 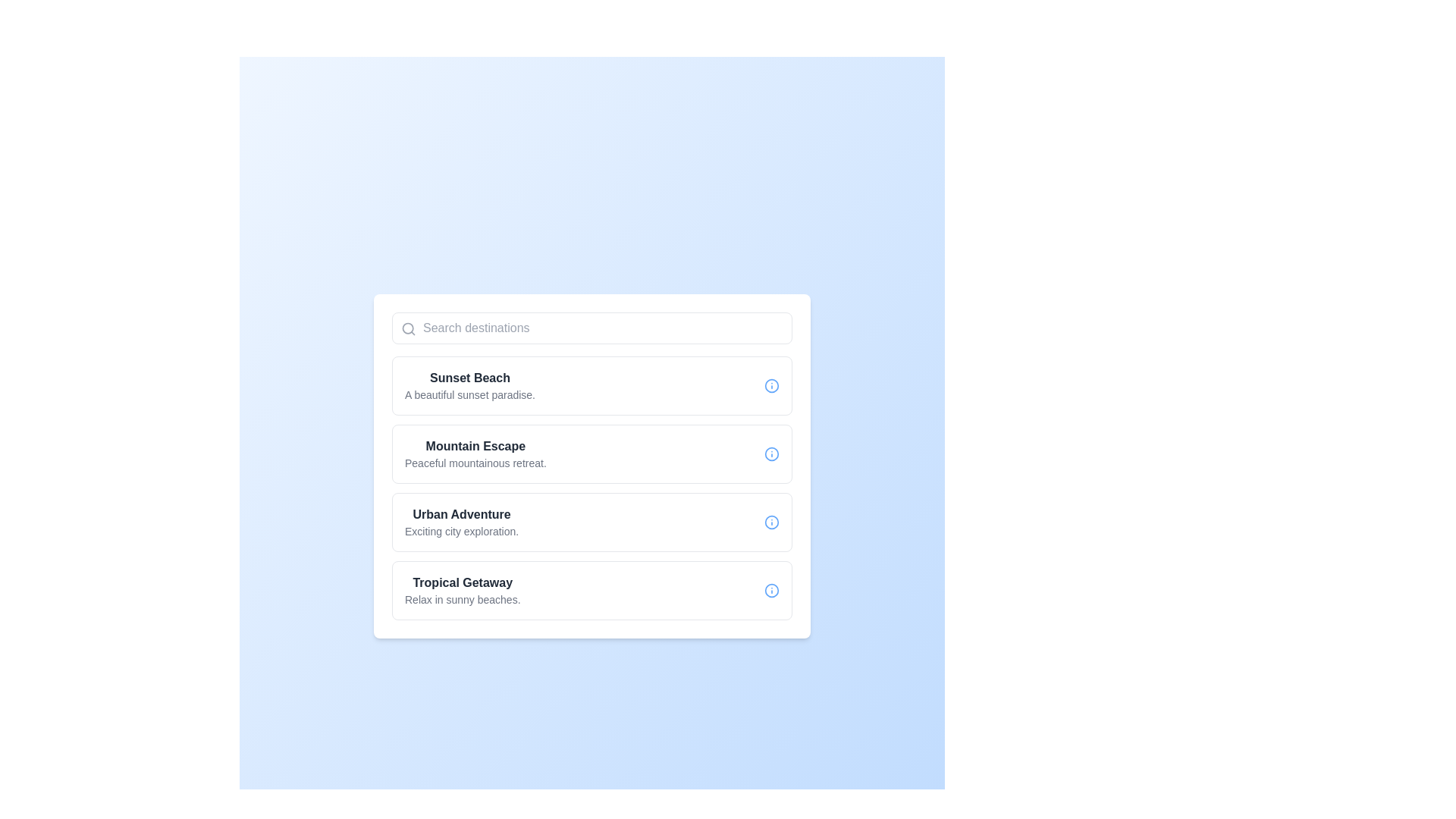 I want to click on the first list item titled 'Sunset Beach' to trigger any hover effects, so click(x=591, y=385).